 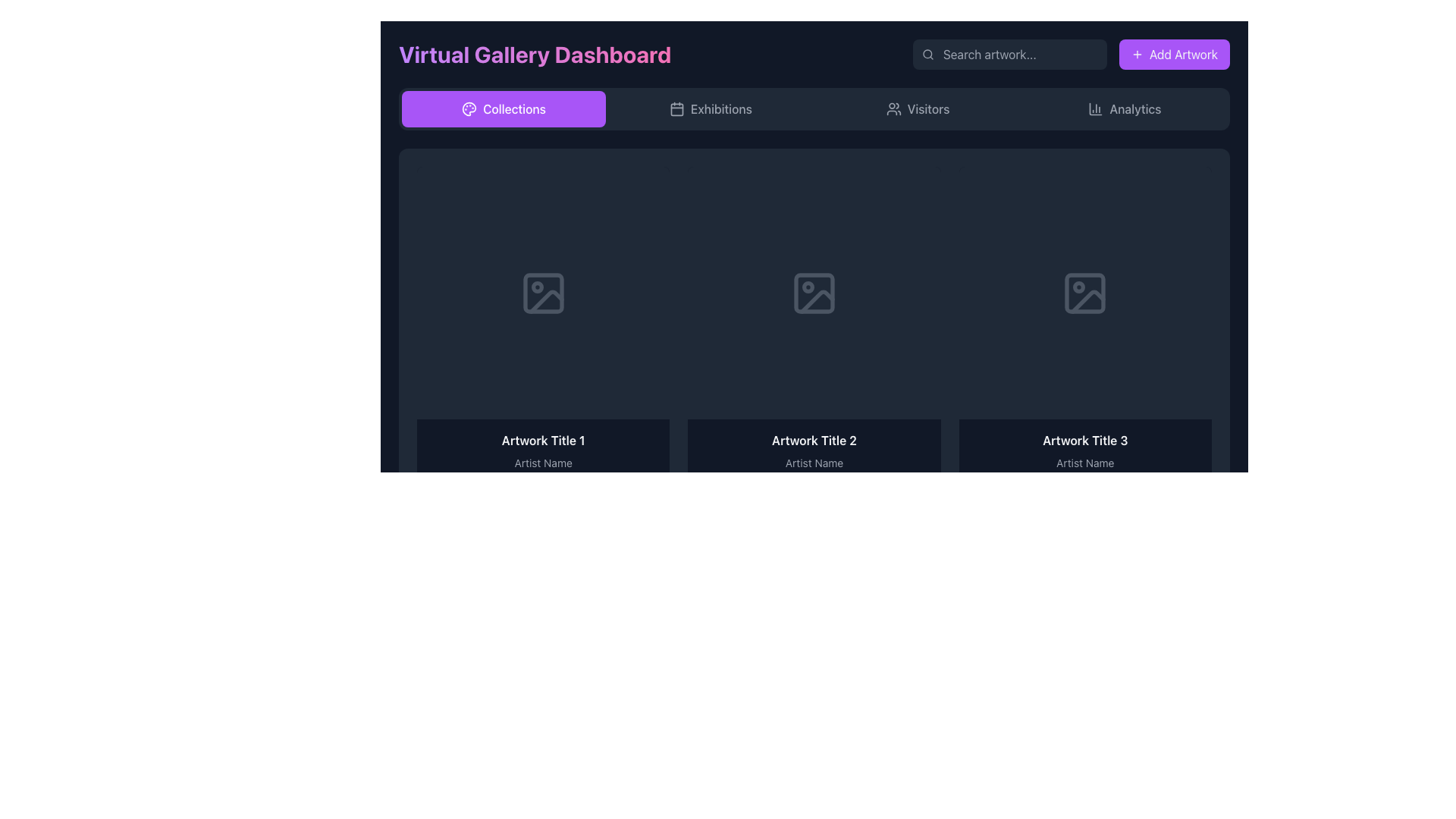 I want to click on the 'Analytics' text label in the navigation menu, which is styled in gray and positioned between the 'Visitors' option and the edge of the bar, so click(x=1135, y=108).